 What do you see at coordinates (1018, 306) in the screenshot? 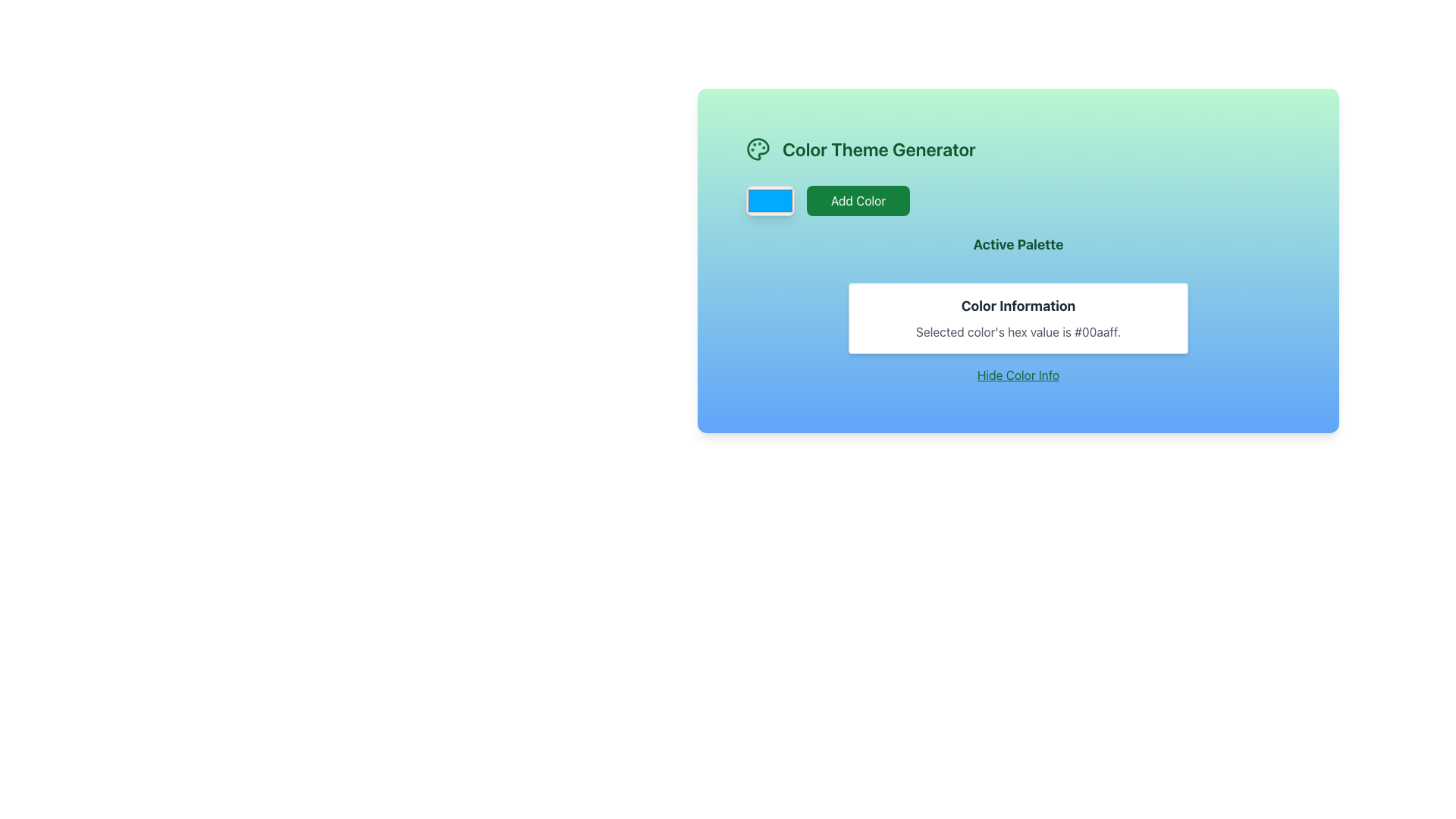
I see `the text label reading 'Color Information', which is styled with a bold font, larger text size, and colored dark gray, positioned prominently as a header above descriptive text` at bounding box center [1018, 306].